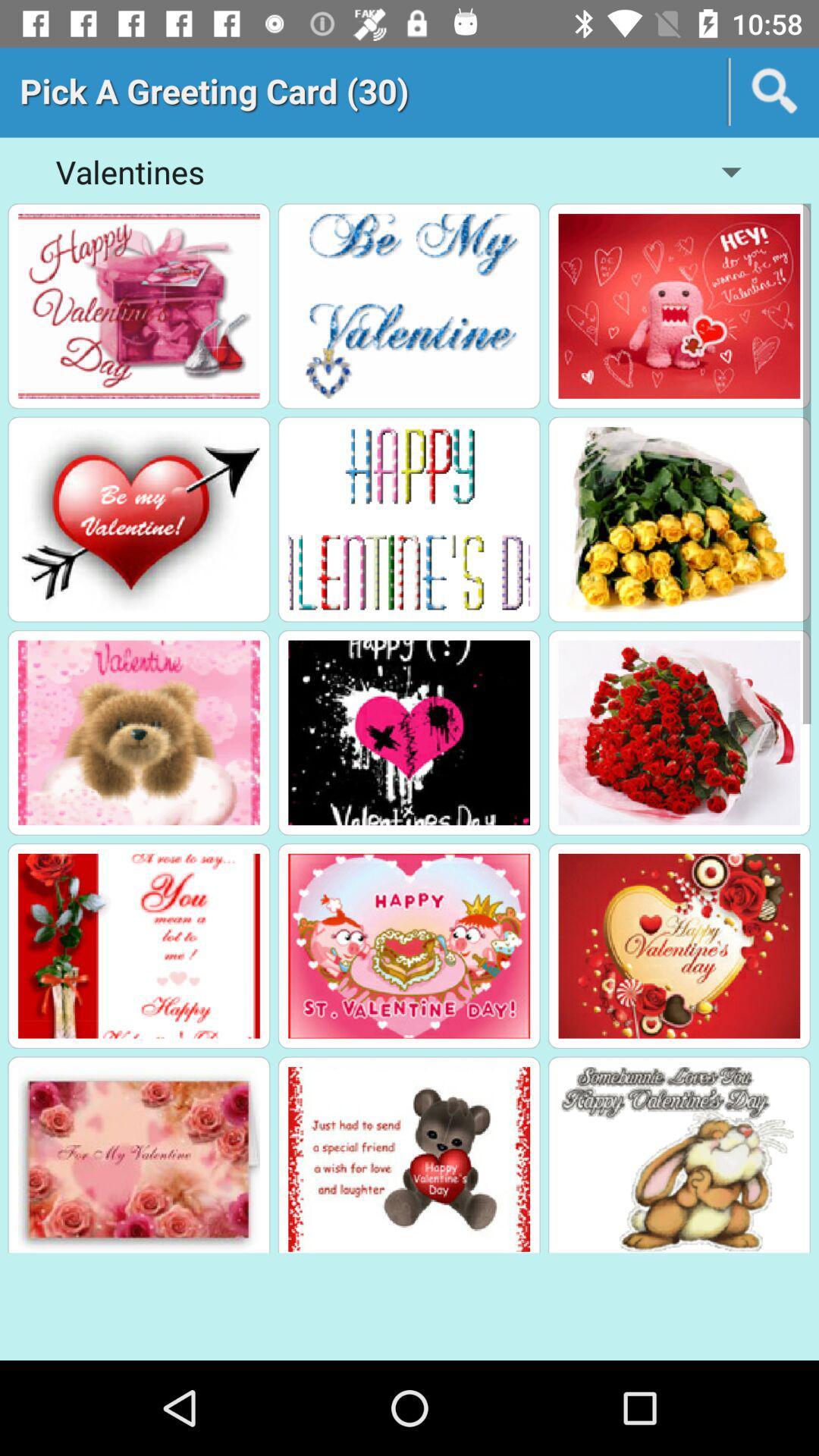  Describe the element at coordinates (774, 91) in the screenshot. I see `search` at that location.